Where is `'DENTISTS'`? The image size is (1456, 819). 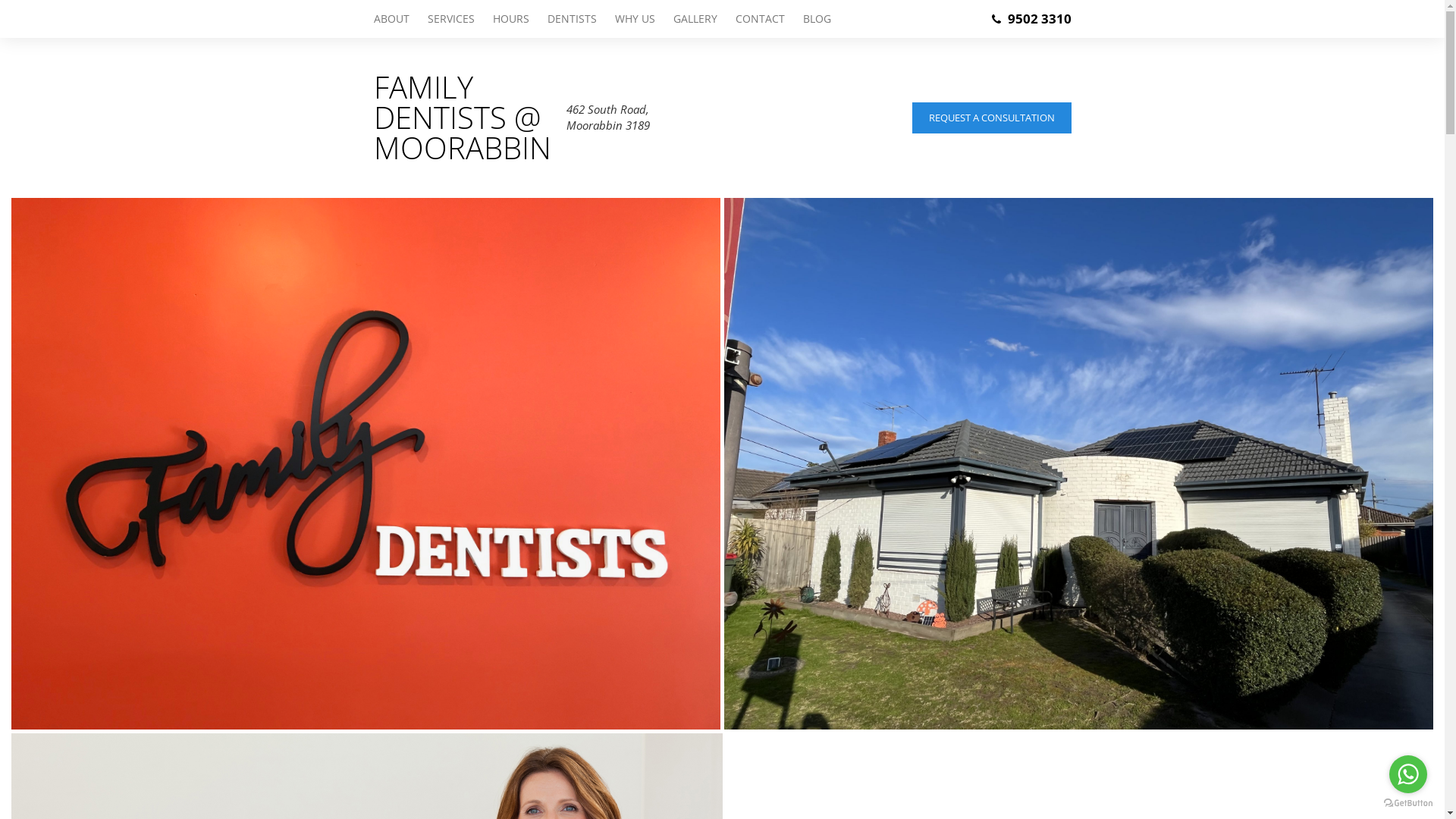 'DENTISTS' is located at coordinates (538, 18).